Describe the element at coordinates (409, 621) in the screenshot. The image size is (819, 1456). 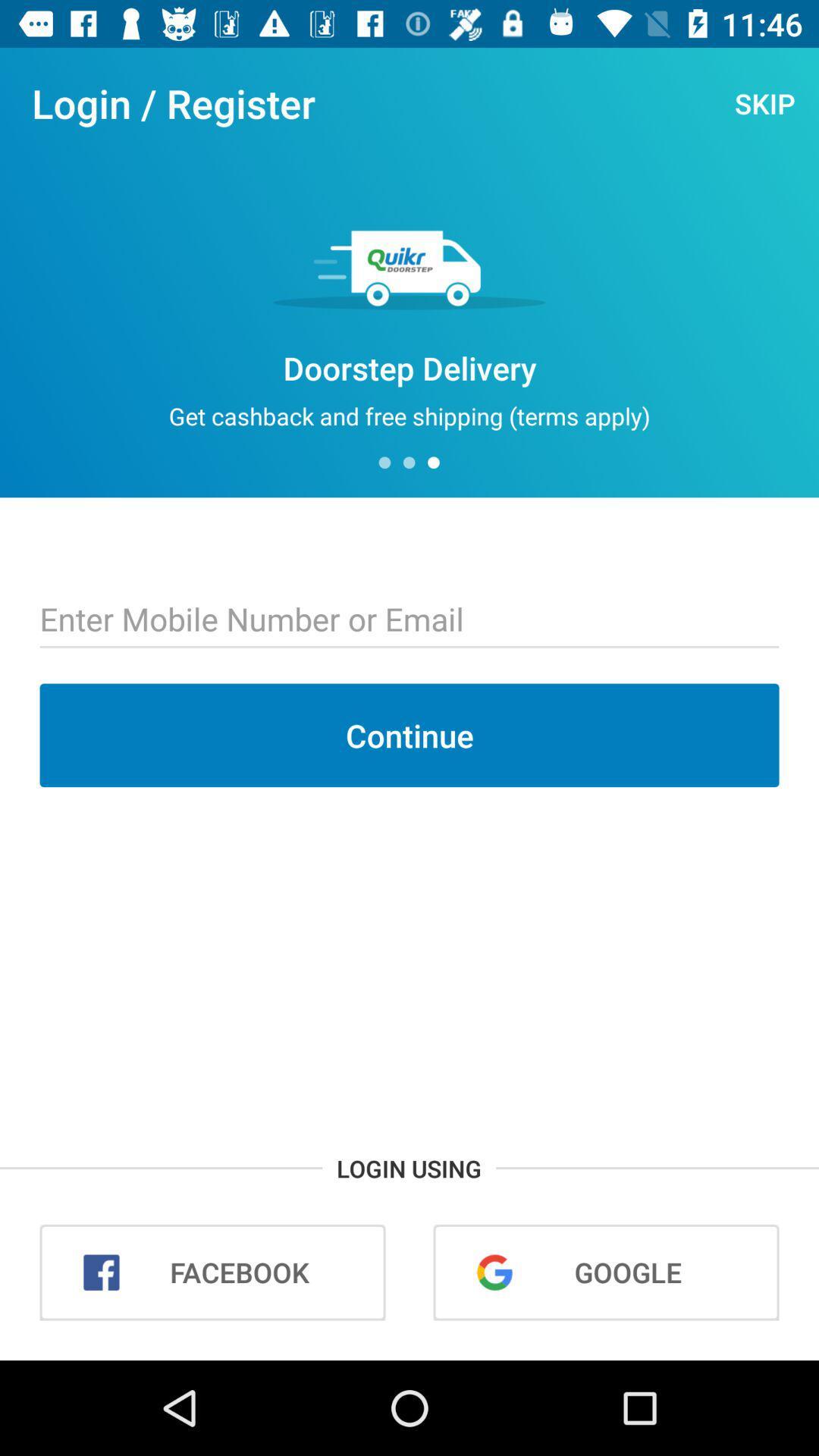
I see `mobile number or email` at that location.